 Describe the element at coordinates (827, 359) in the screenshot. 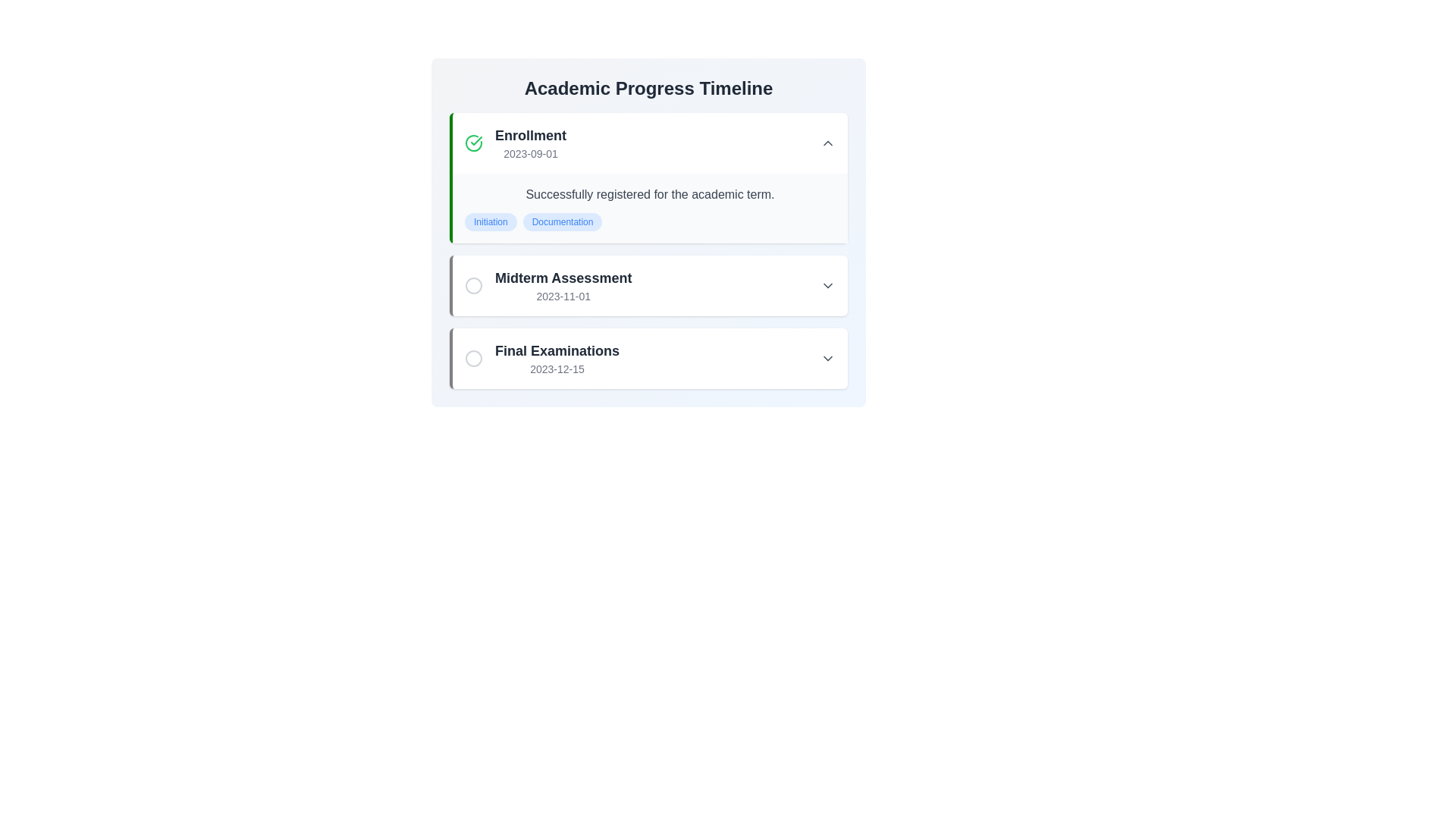

I see `the Chevron Down icon located at the far-right end of the 'Final Examinations' section` at that location.